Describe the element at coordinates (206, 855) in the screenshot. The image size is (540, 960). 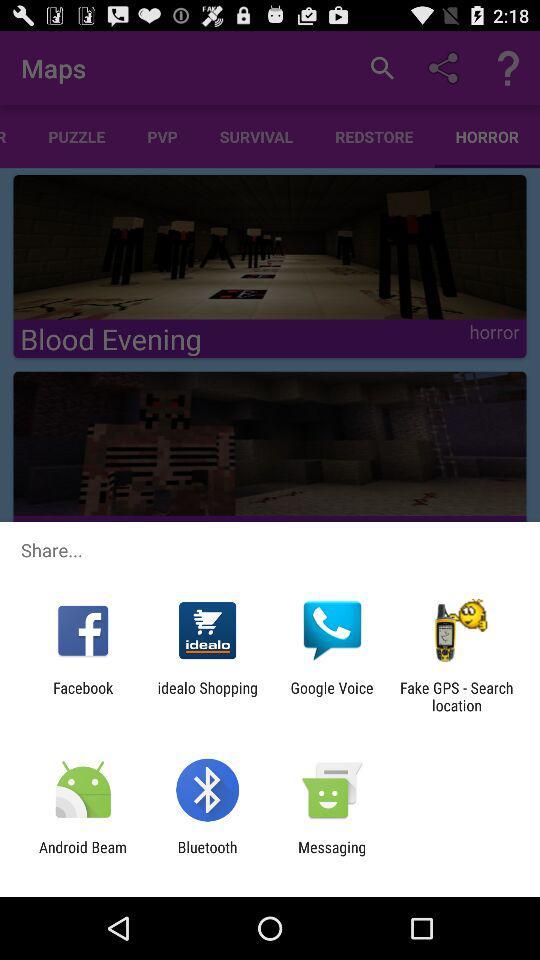
I see `app to the right of android beam icon` at that location.